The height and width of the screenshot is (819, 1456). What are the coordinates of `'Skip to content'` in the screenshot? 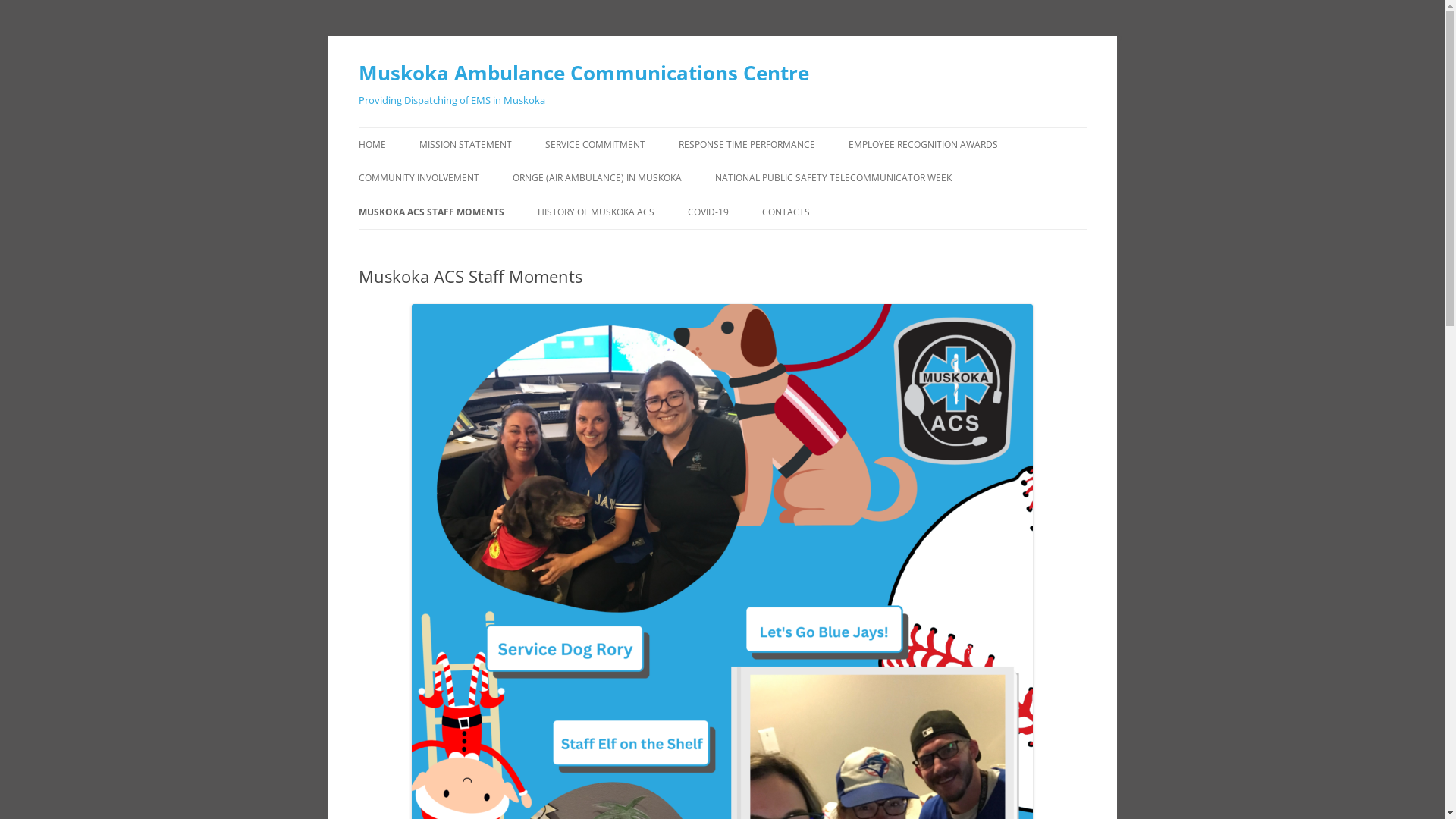 It's located at (721, 127).